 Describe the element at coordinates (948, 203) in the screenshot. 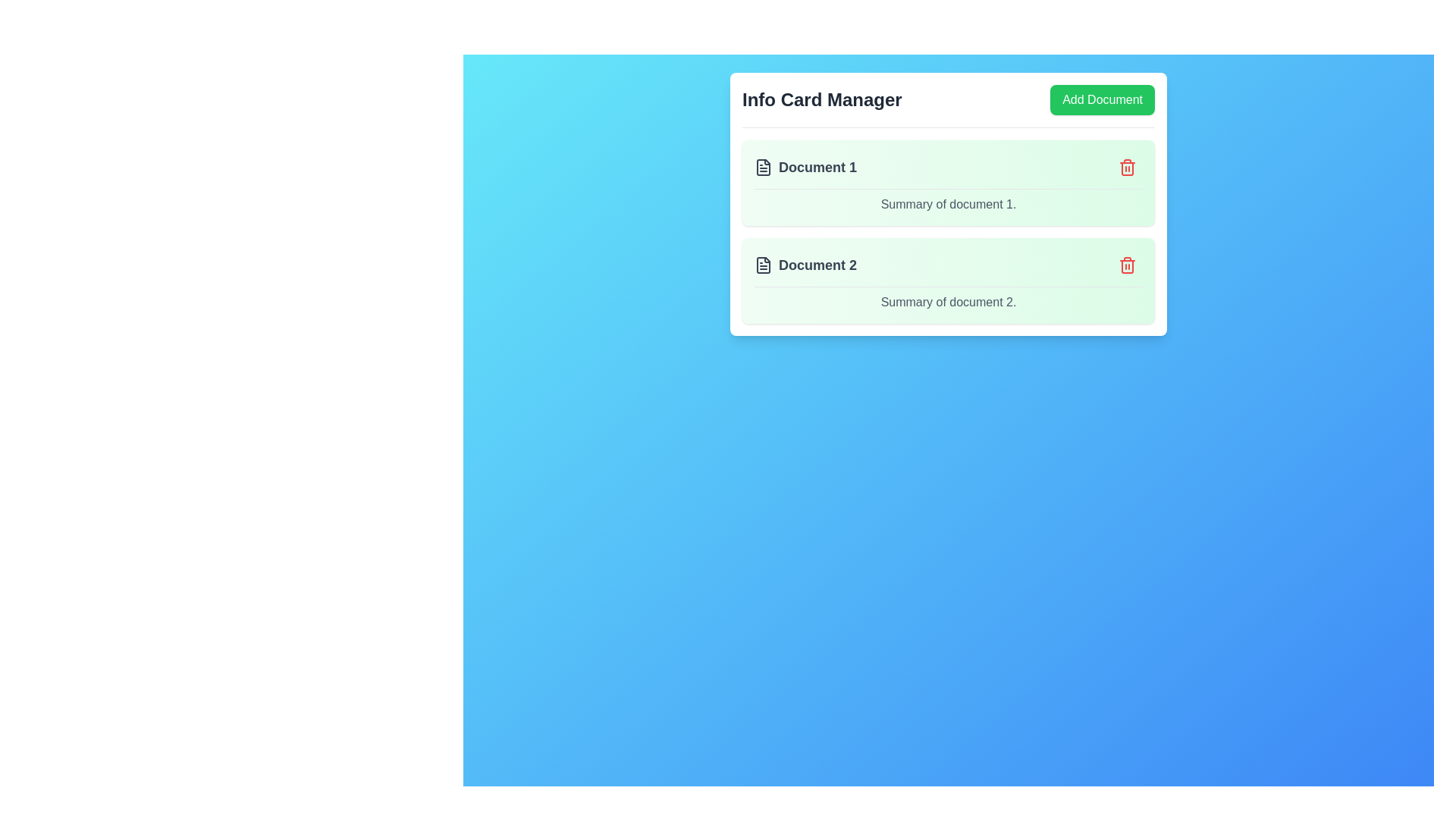

I see `document summaries displayed in the 'Info Card Manager' card UI element, which includes 'Document 1' and 'Document 2' with their respective summaries` at that location.